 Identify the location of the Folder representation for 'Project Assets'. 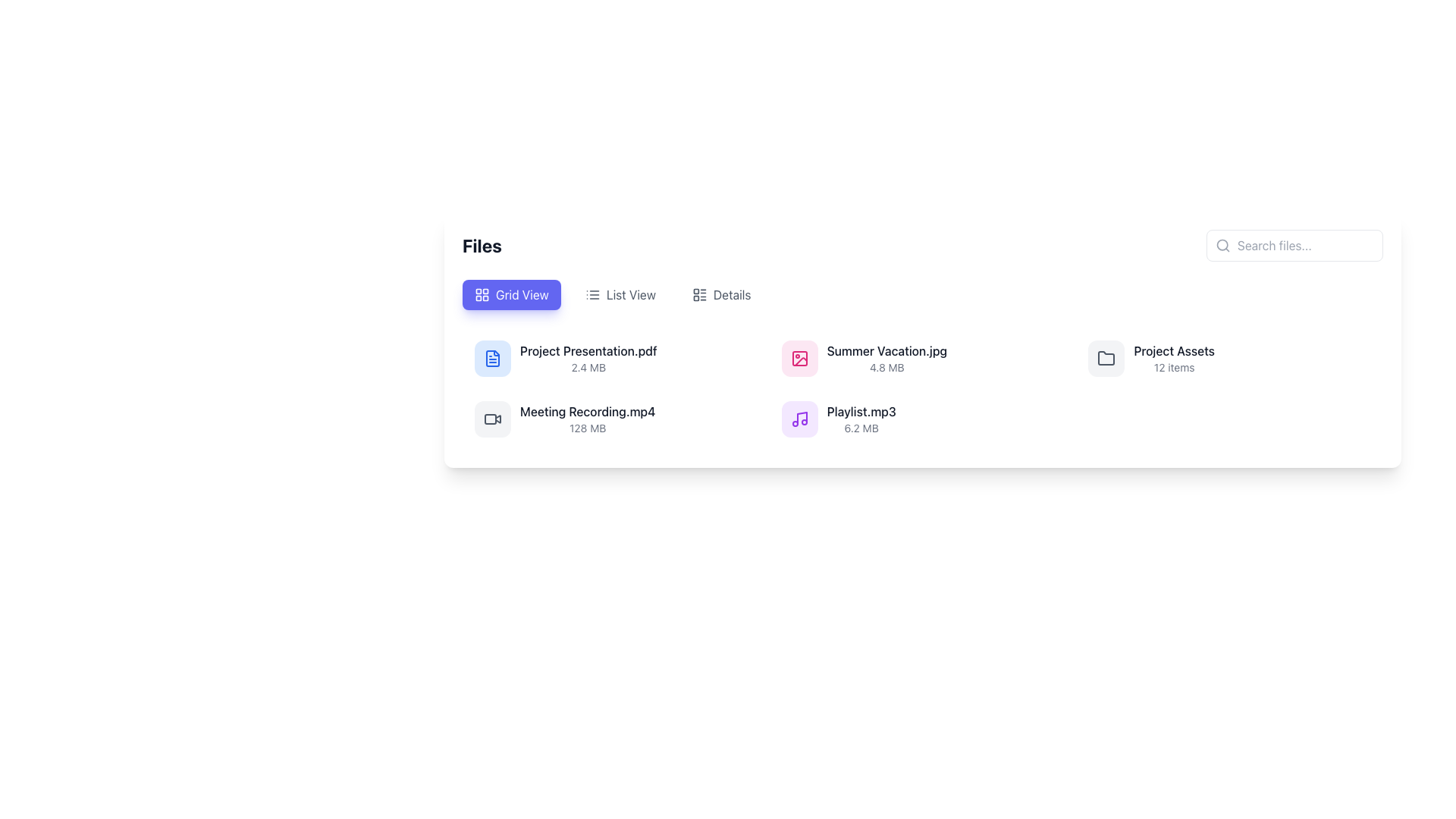
(1229, 359).